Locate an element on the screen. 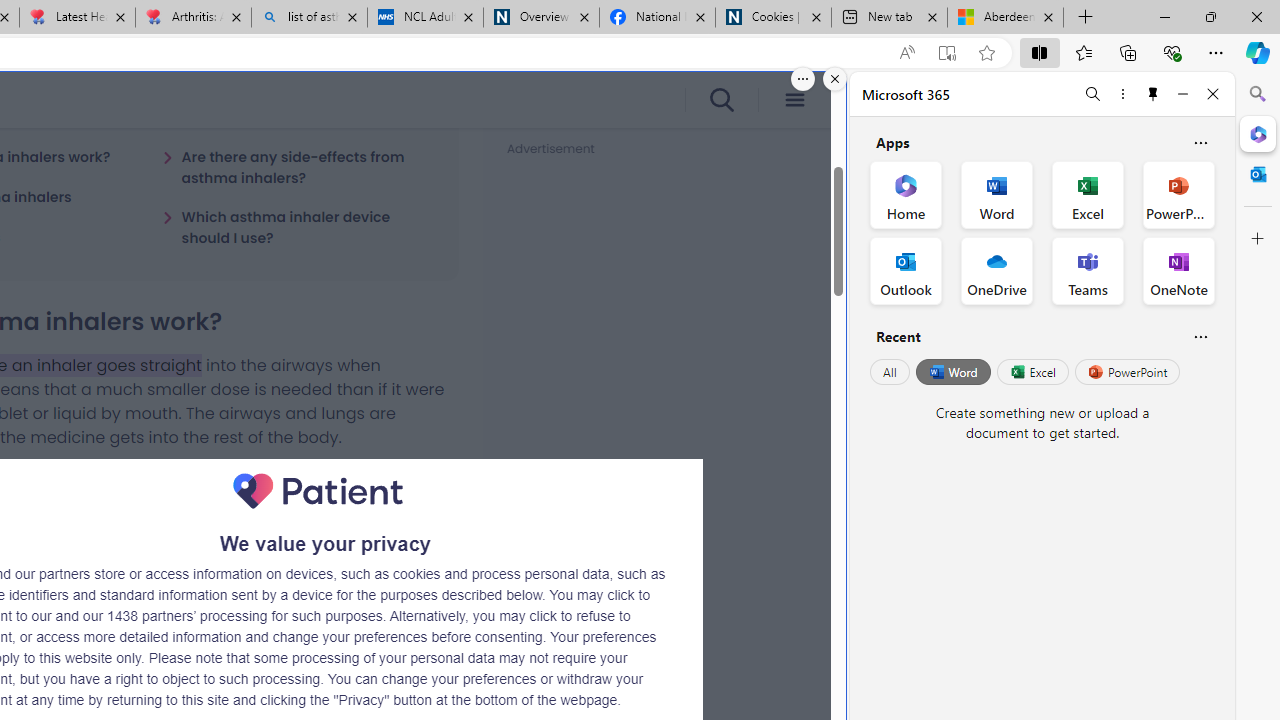  'PowerPoint' is located at coordinates (1127, 372).